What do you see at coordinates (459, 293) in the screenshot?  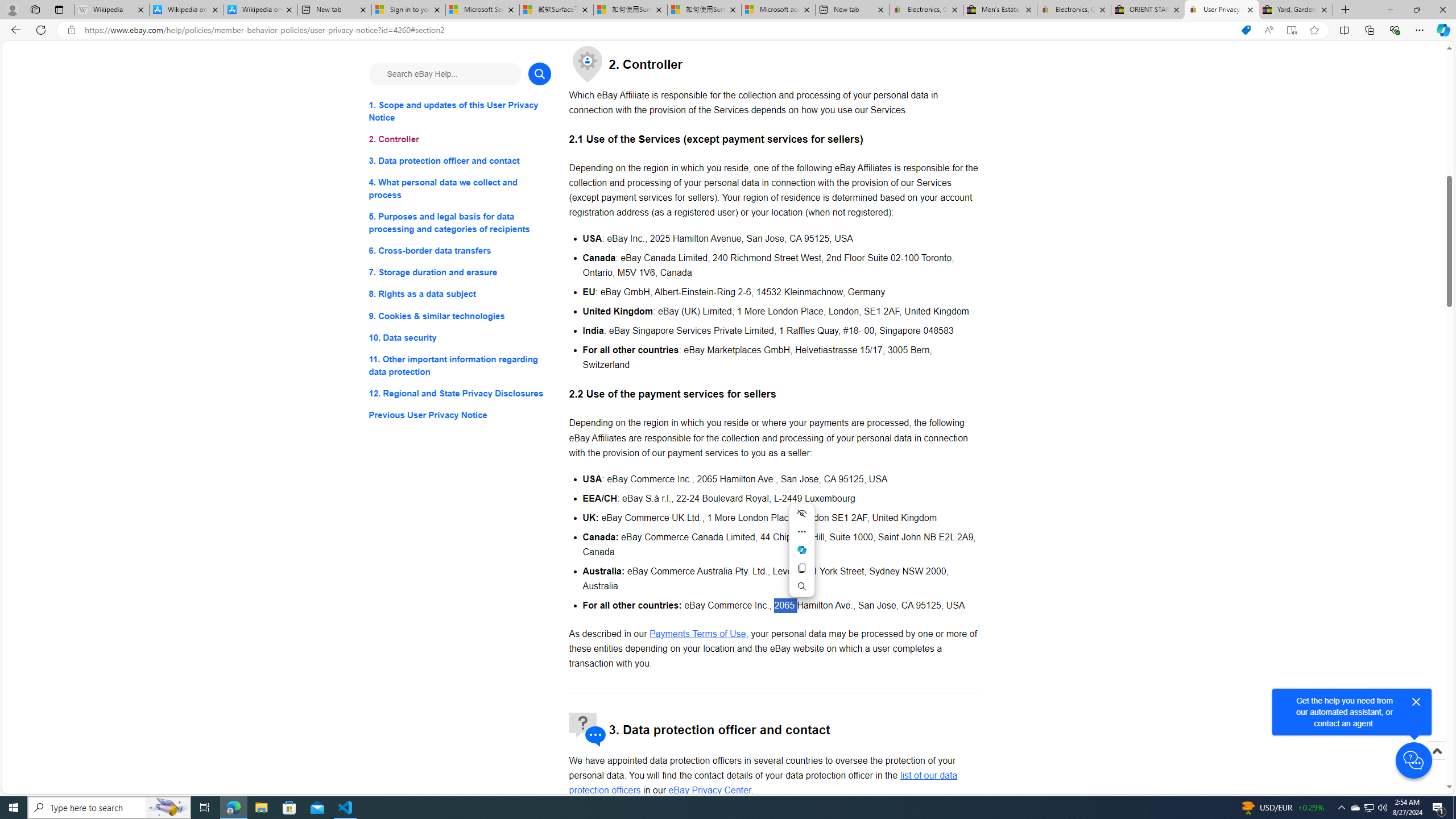 I see `'8. Rights as a data subject'` at bounding box center [459, 293].